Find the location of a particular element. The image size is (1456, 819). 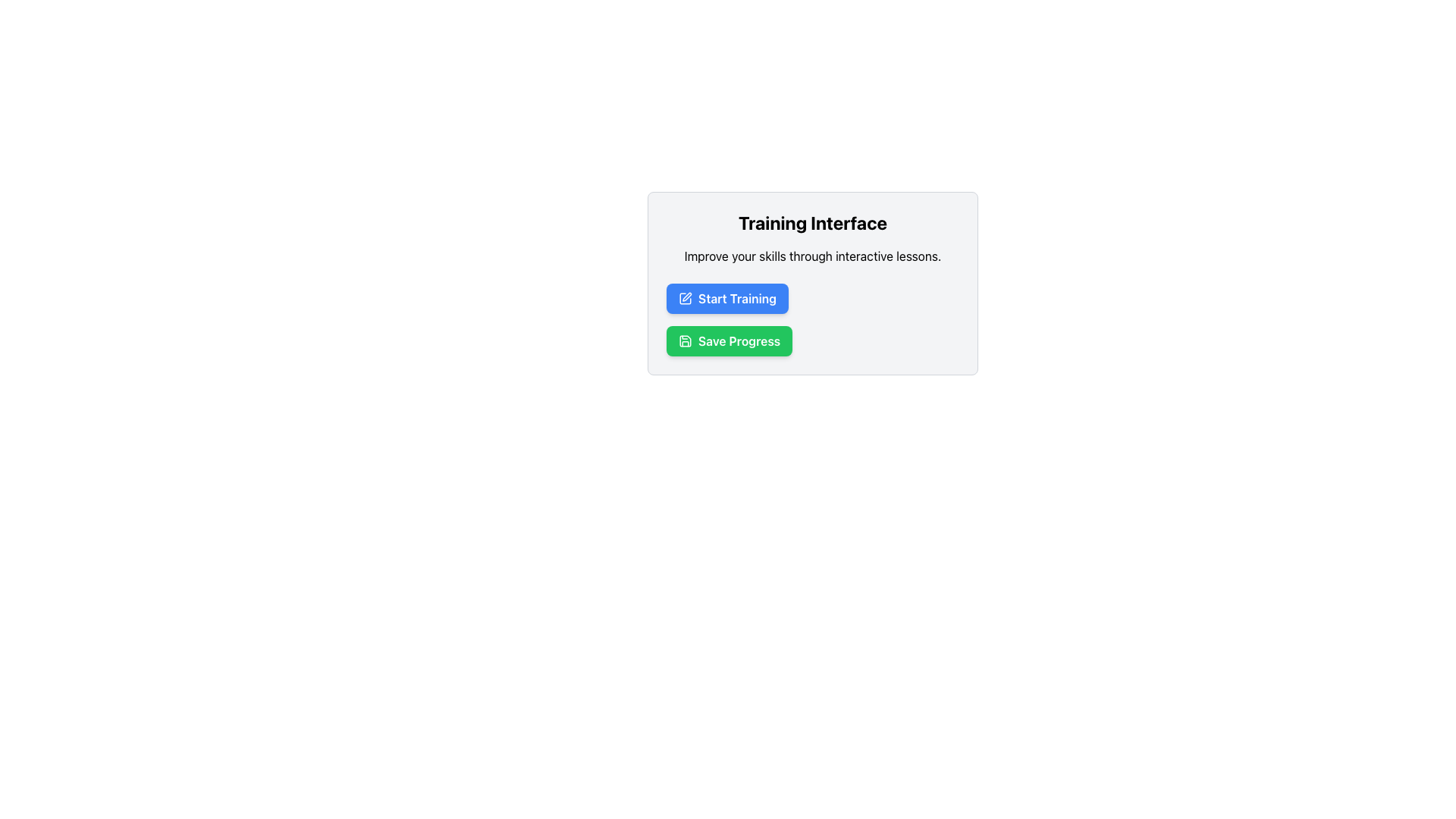

the 'Save Progress' button located at the bottom-right of the training interface, which is the second button below the 'Start Training' blue button is located at coordinates (729, 341).